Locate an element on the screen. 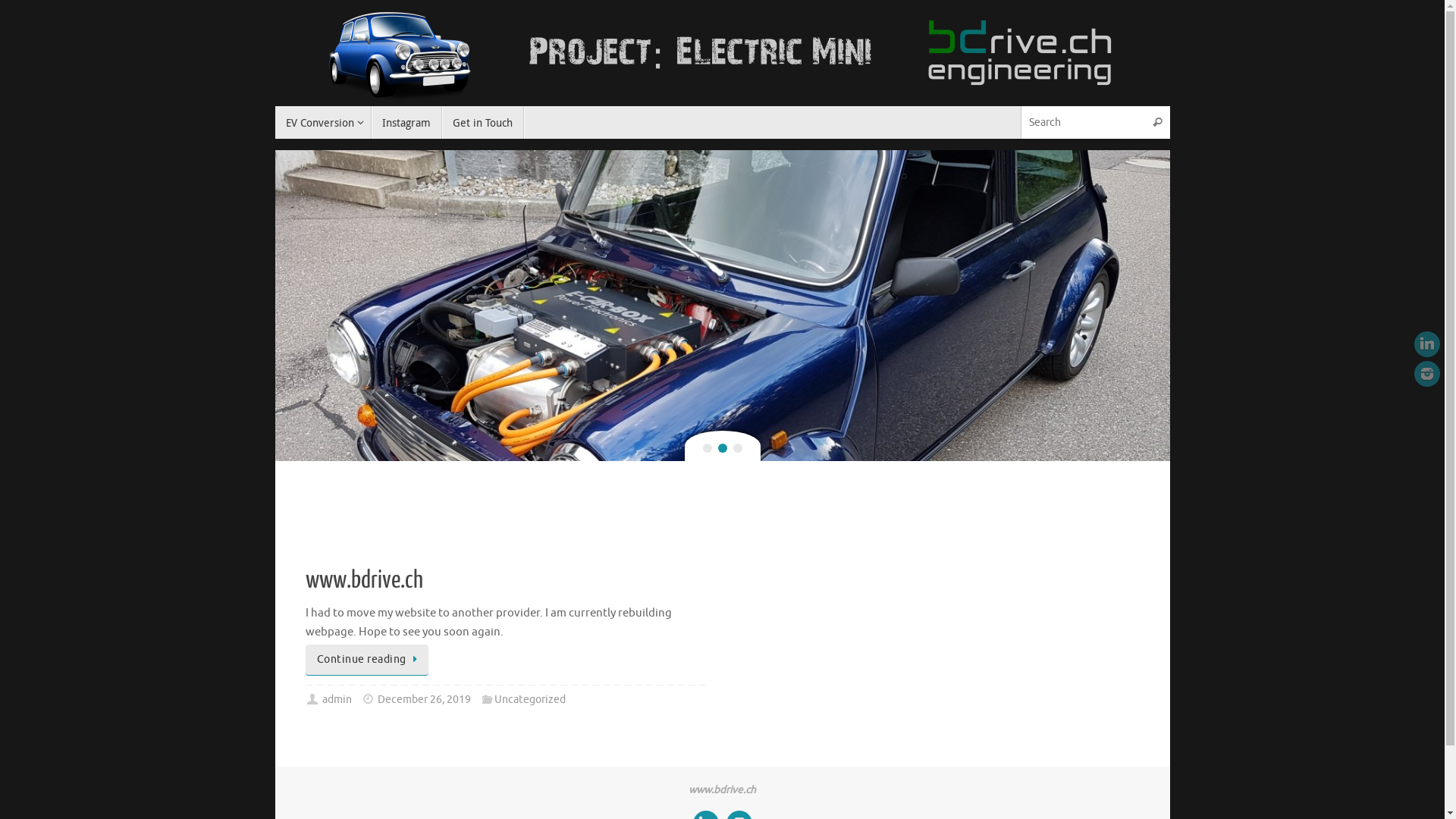 Image resolution: width=1456 pixels, height=819 pixels. 'Continue reading' is located at coordinates (366, 659).